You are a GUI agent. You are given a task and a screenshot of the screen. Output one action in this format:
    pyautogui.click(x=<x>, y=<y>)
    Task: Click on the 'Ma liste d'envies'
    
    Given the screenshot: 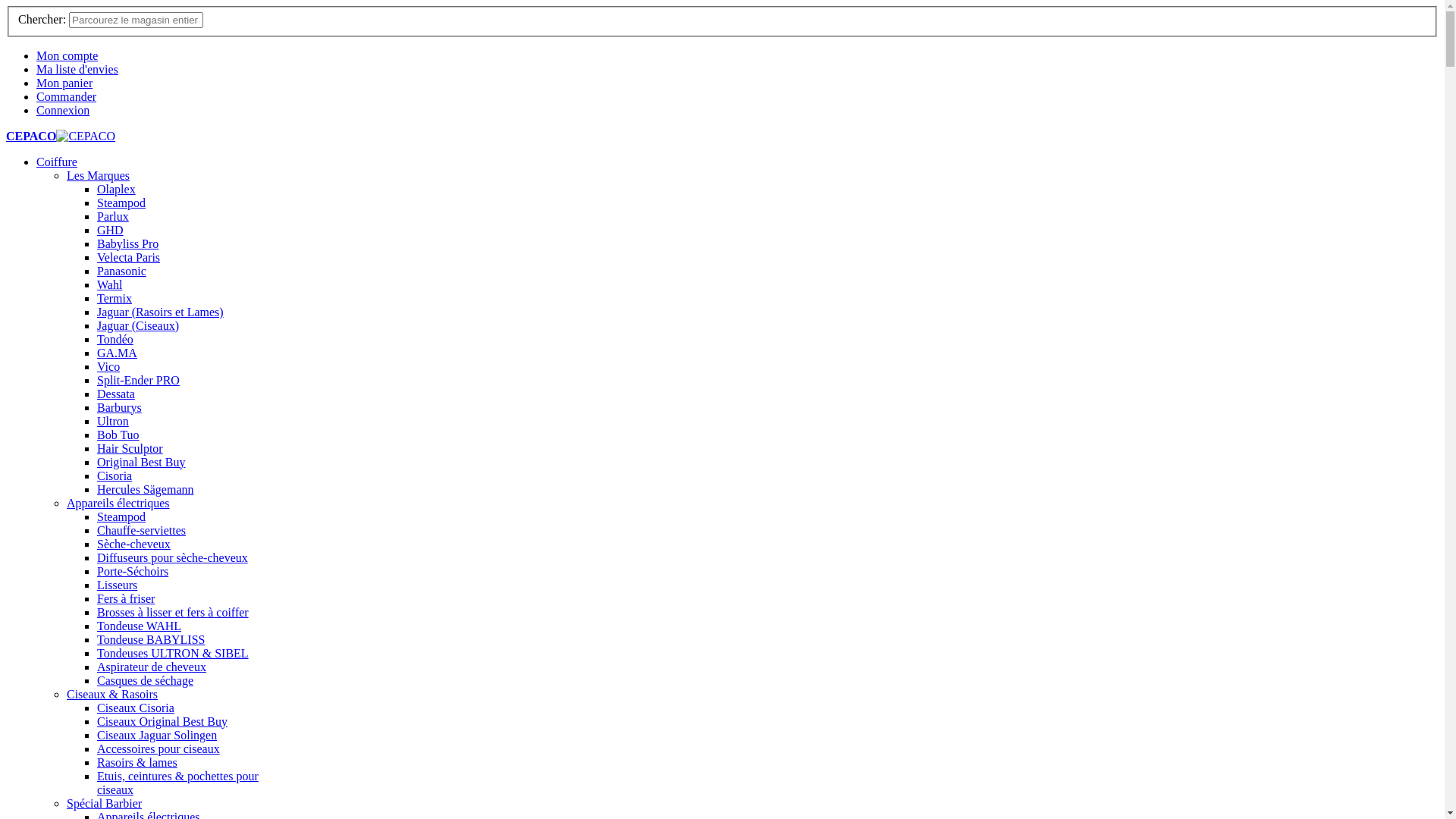 What is the action you would take?
    pyautogui.click(x=36, y=69)
    